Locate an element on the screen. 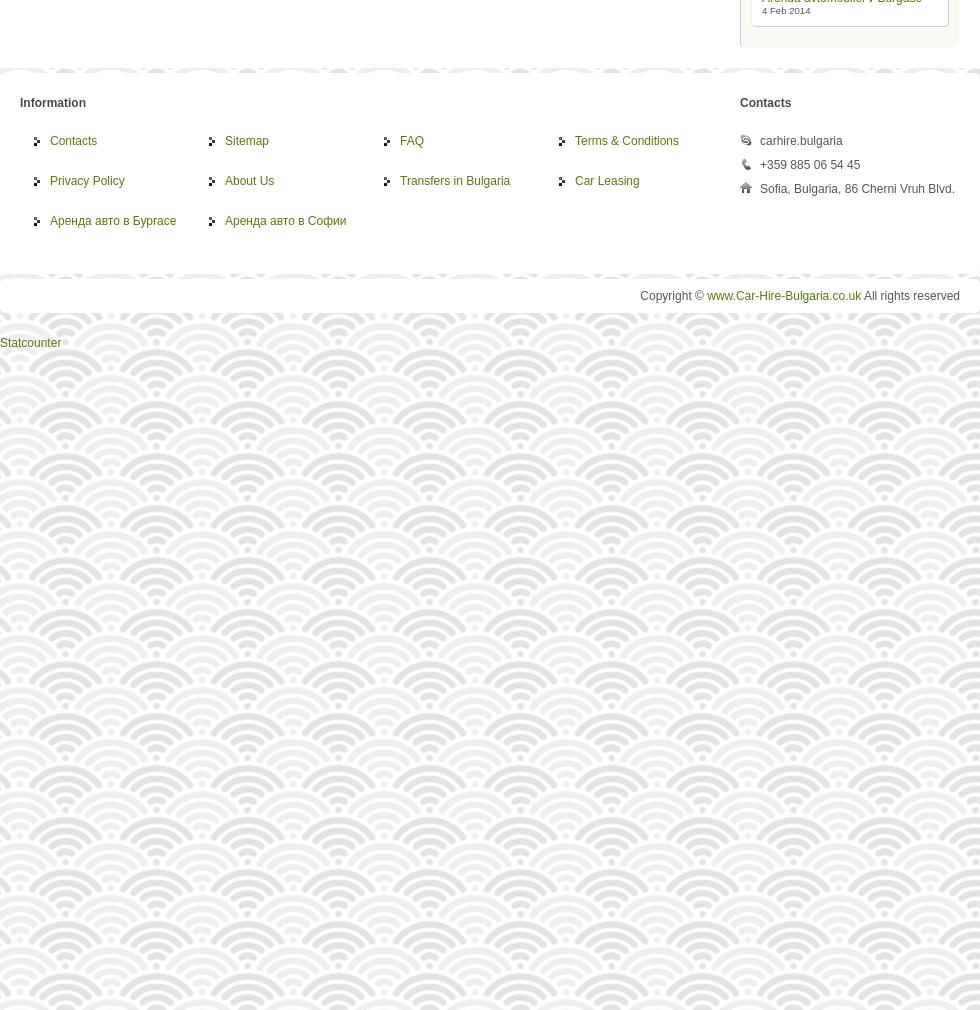  'www.Car-Hire-Bulgaria.co.uk' is located at coordinates (706, 296).